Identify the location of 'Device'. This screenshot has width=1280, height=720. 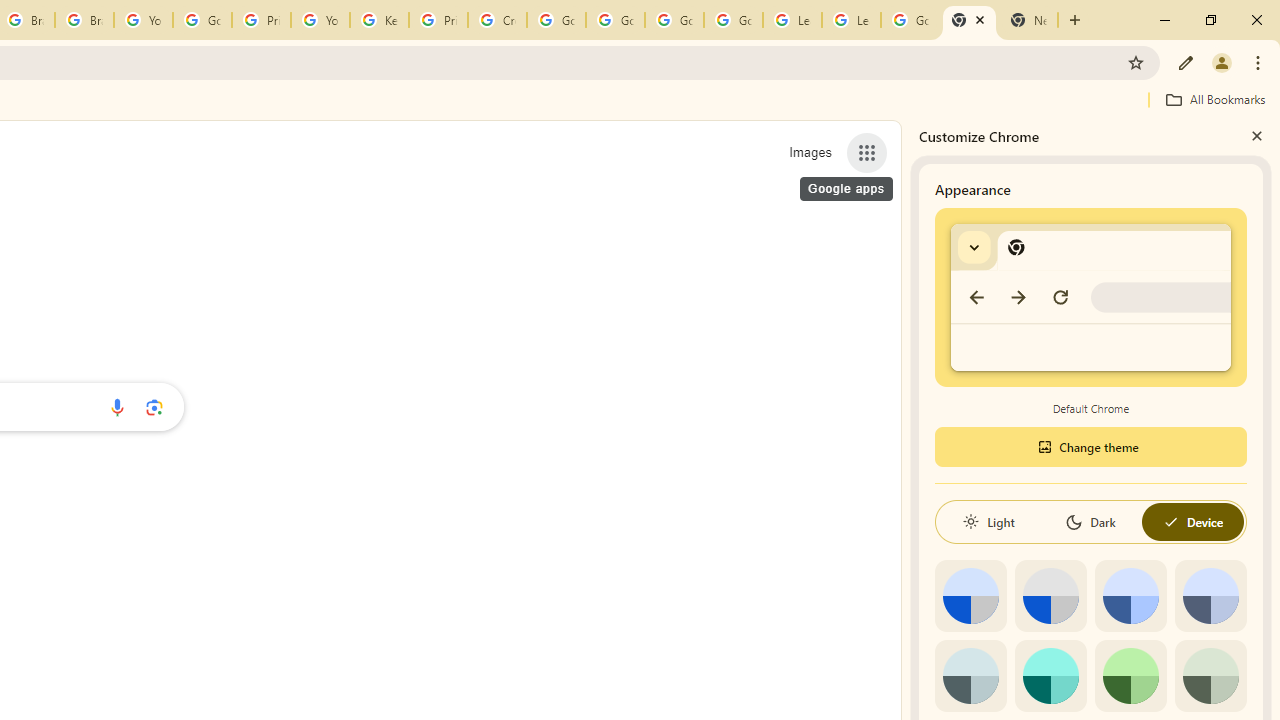
(1192, 521).